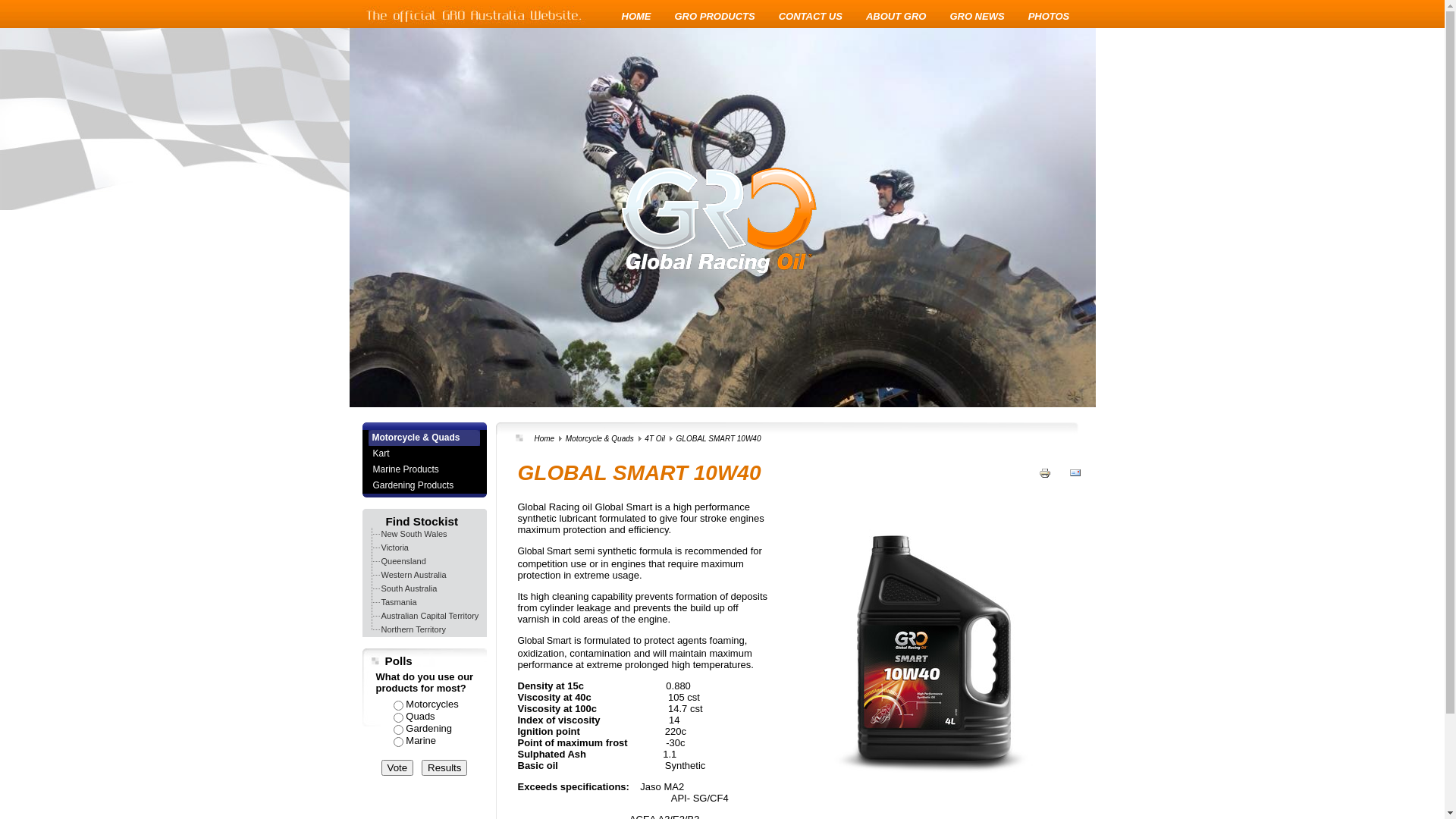 This screenshot has width=1456, height=819. Describe the element at coordinates (413, 575) in the screenshot. I see `'Western Australia'` at that location.